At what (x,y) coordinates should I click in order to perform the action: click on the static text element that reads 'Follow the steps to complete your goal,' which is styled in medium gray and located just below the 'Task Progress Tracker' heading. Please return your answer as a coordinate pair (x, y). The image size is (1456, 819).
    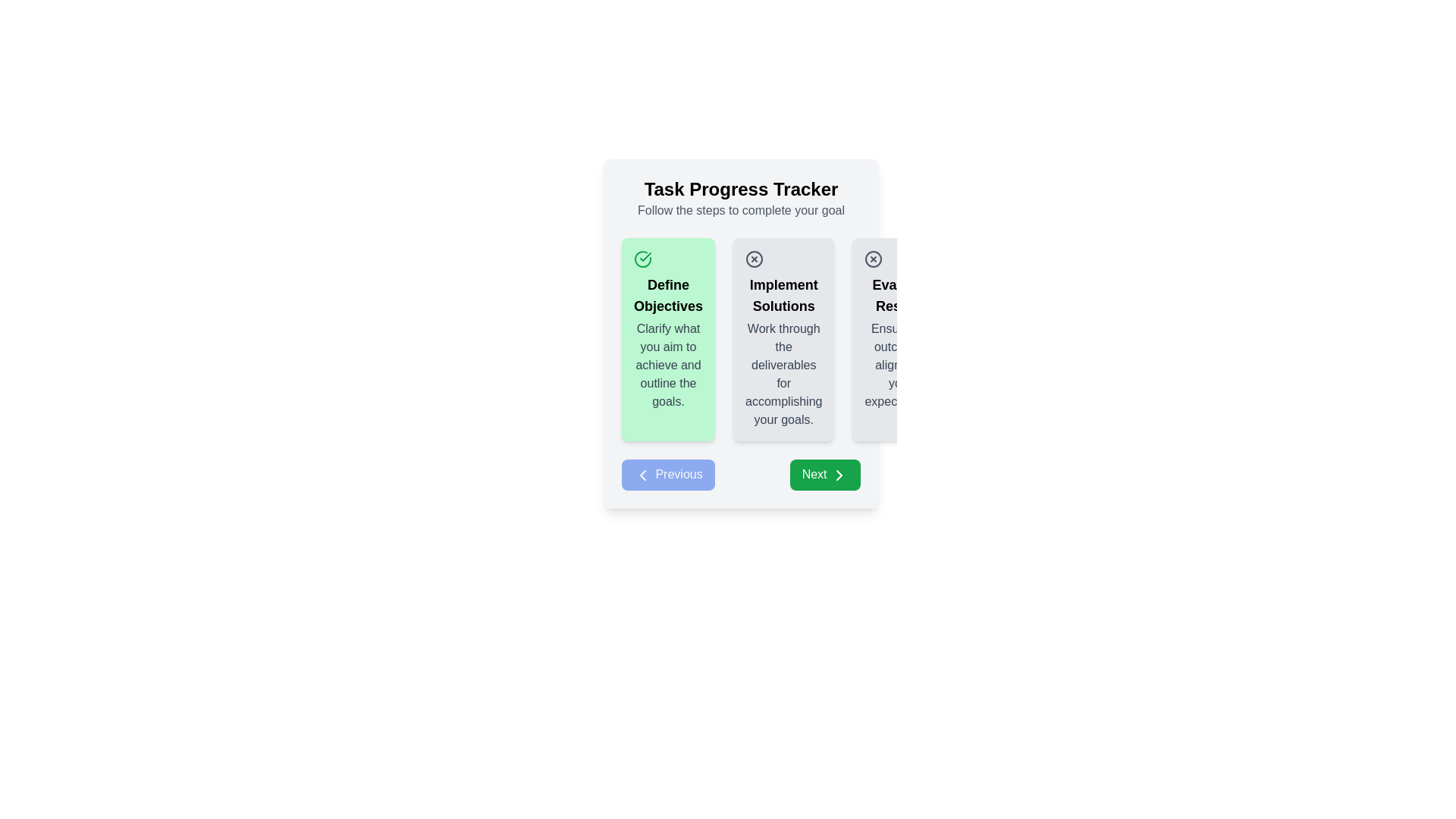
    Looking at the image, I should click on (741, 210).